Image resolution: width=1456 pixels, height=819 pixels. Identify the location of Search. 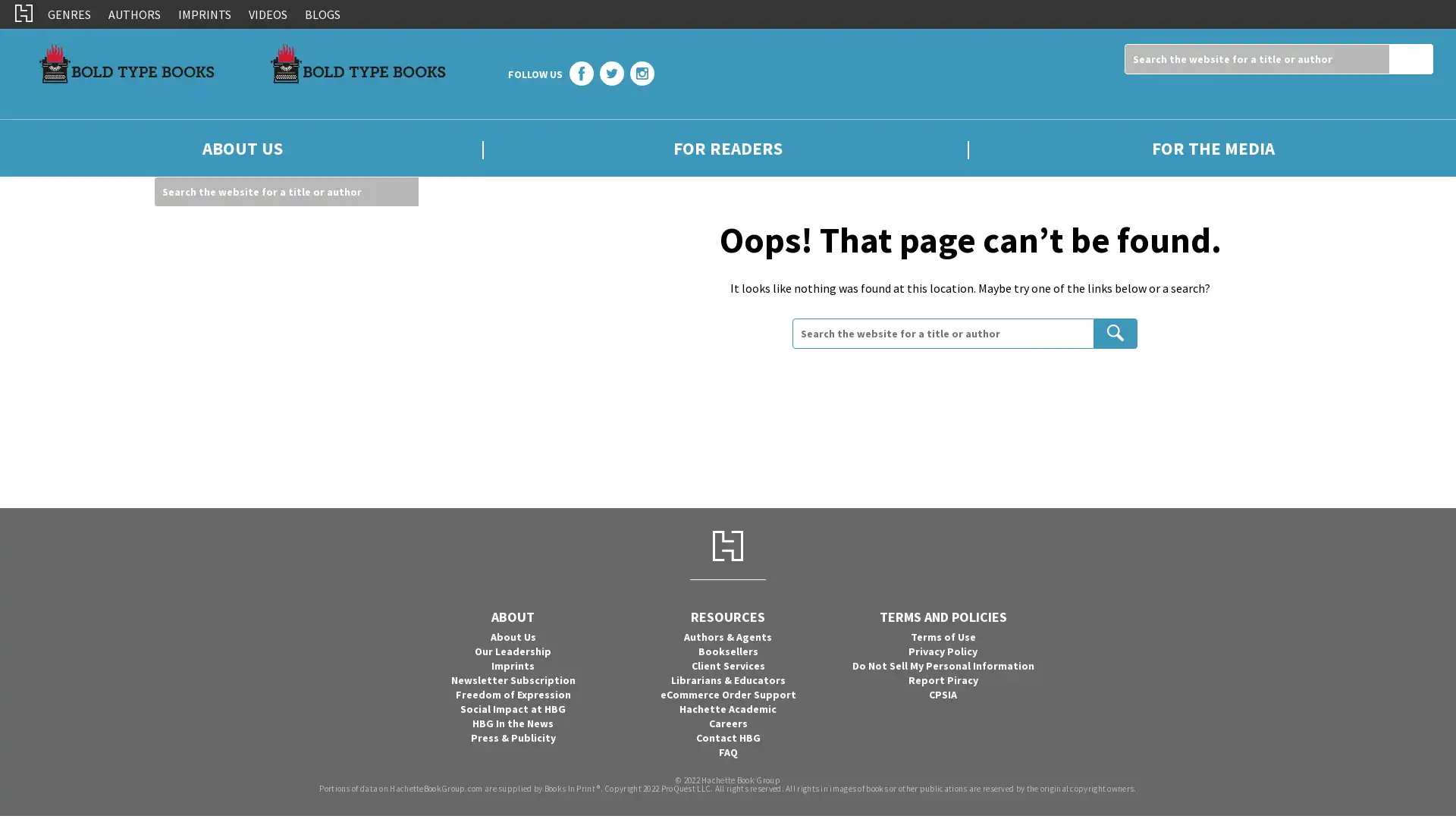
(439, 191).